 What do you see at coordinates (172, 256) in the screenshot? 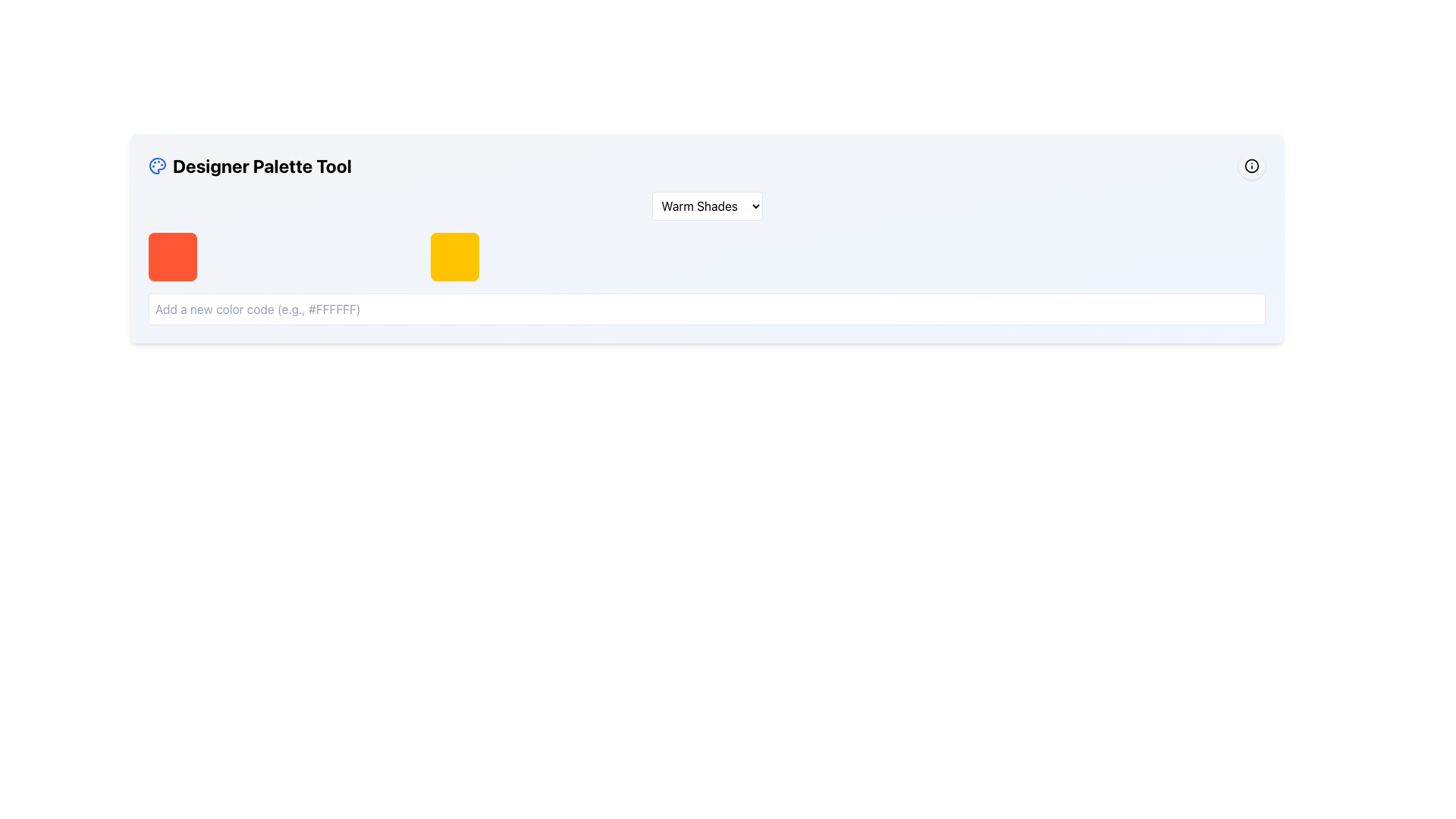
I see `the square Visual Icon or Color Block element with a solid orange-red background located in the upper-left area of the grid layout` at bounding box center [172, 256].